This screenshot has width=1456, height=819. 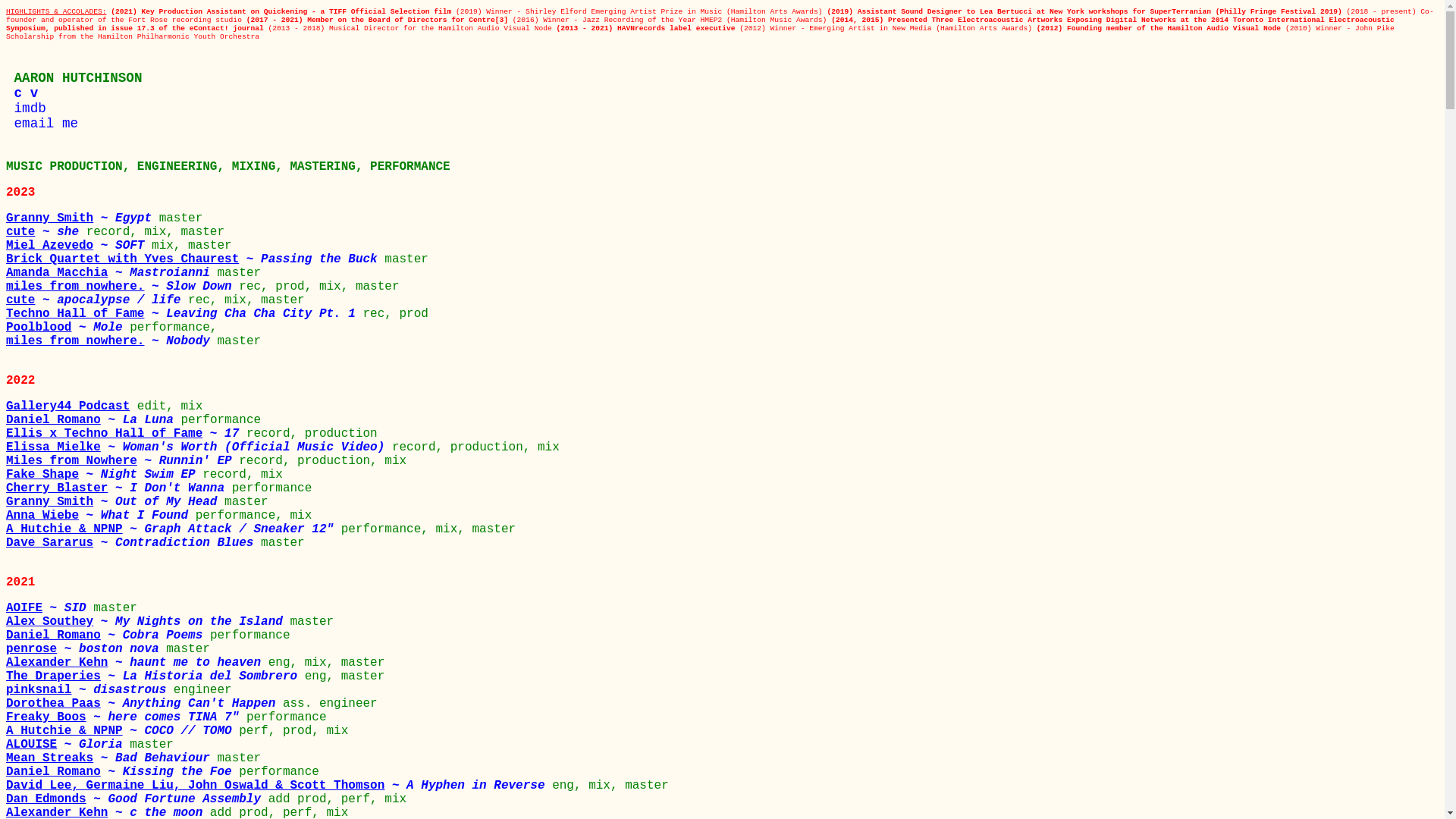 What do you see at coordinates (78, 245) in the screenshot?
I see `'Miel Azevedo ~ SOFT'` at bounding box center [78, 245].